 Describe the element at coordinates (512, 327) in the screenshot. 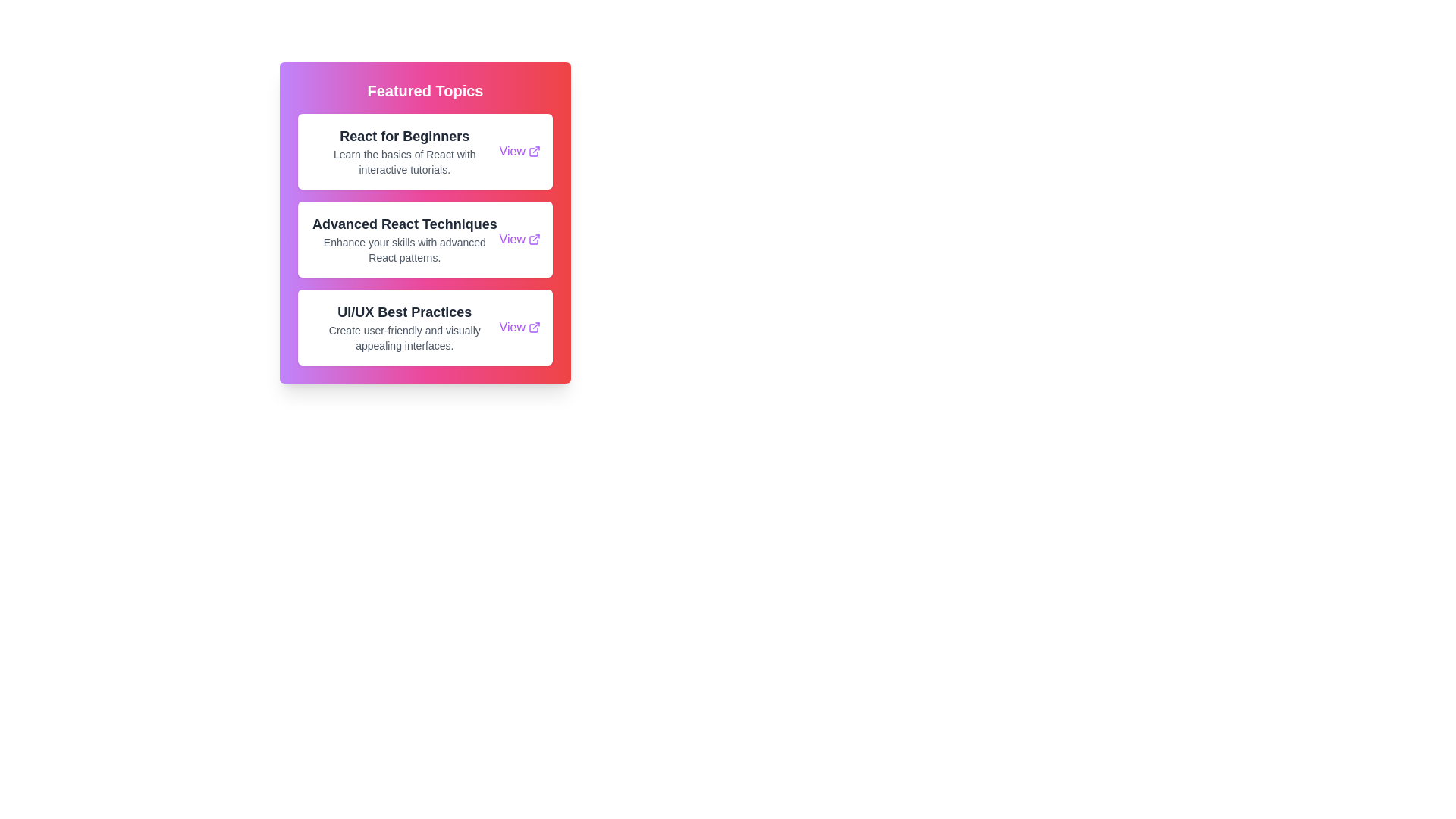

I see `the Text label within the hyperlink that provides information about 'UI/UX Best Practices'` at that location.